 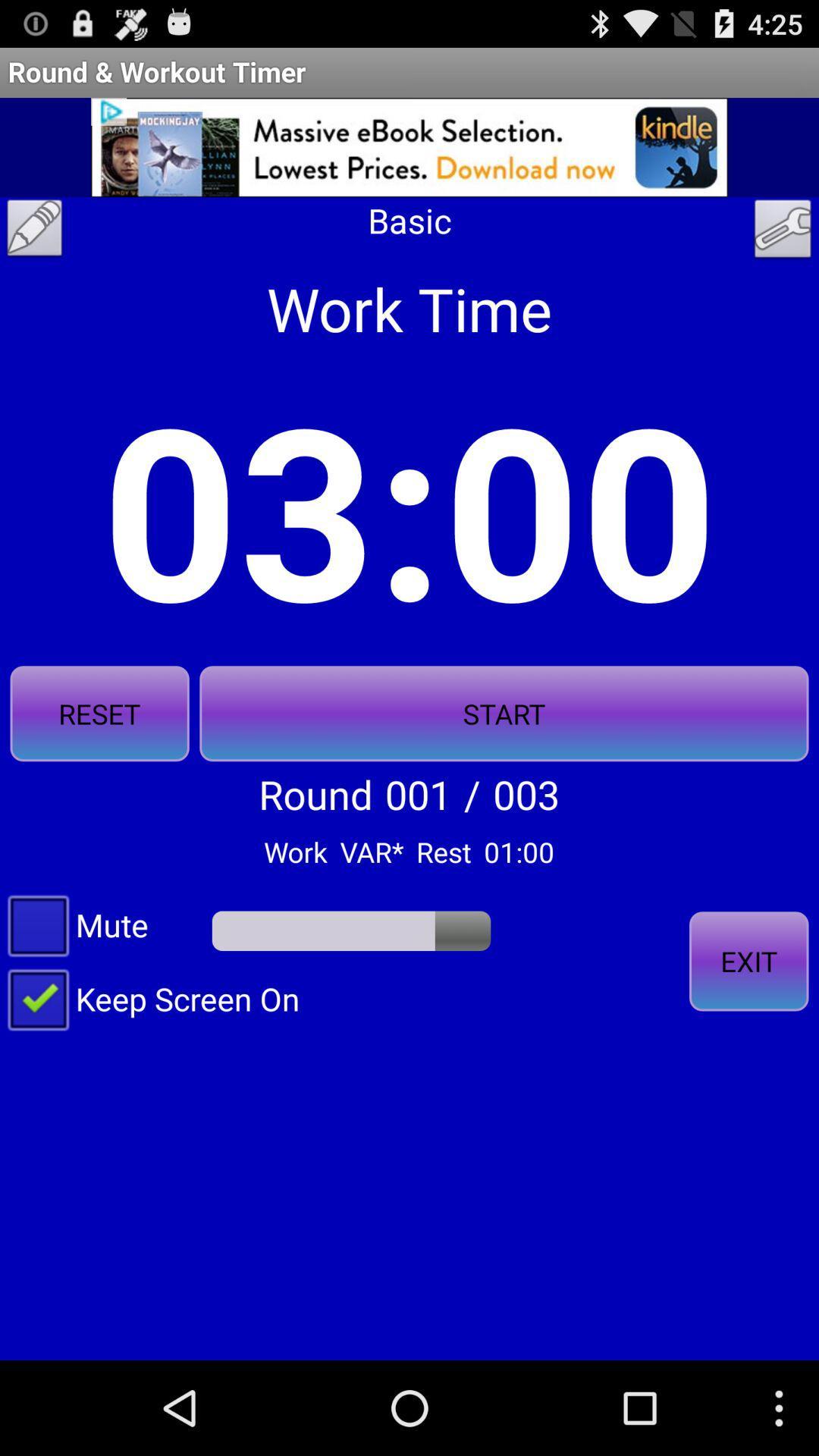 What do you see at coordinates (149, 998) in the screenshot?
I see `the keep screen on` at bounding box center [149, 998].